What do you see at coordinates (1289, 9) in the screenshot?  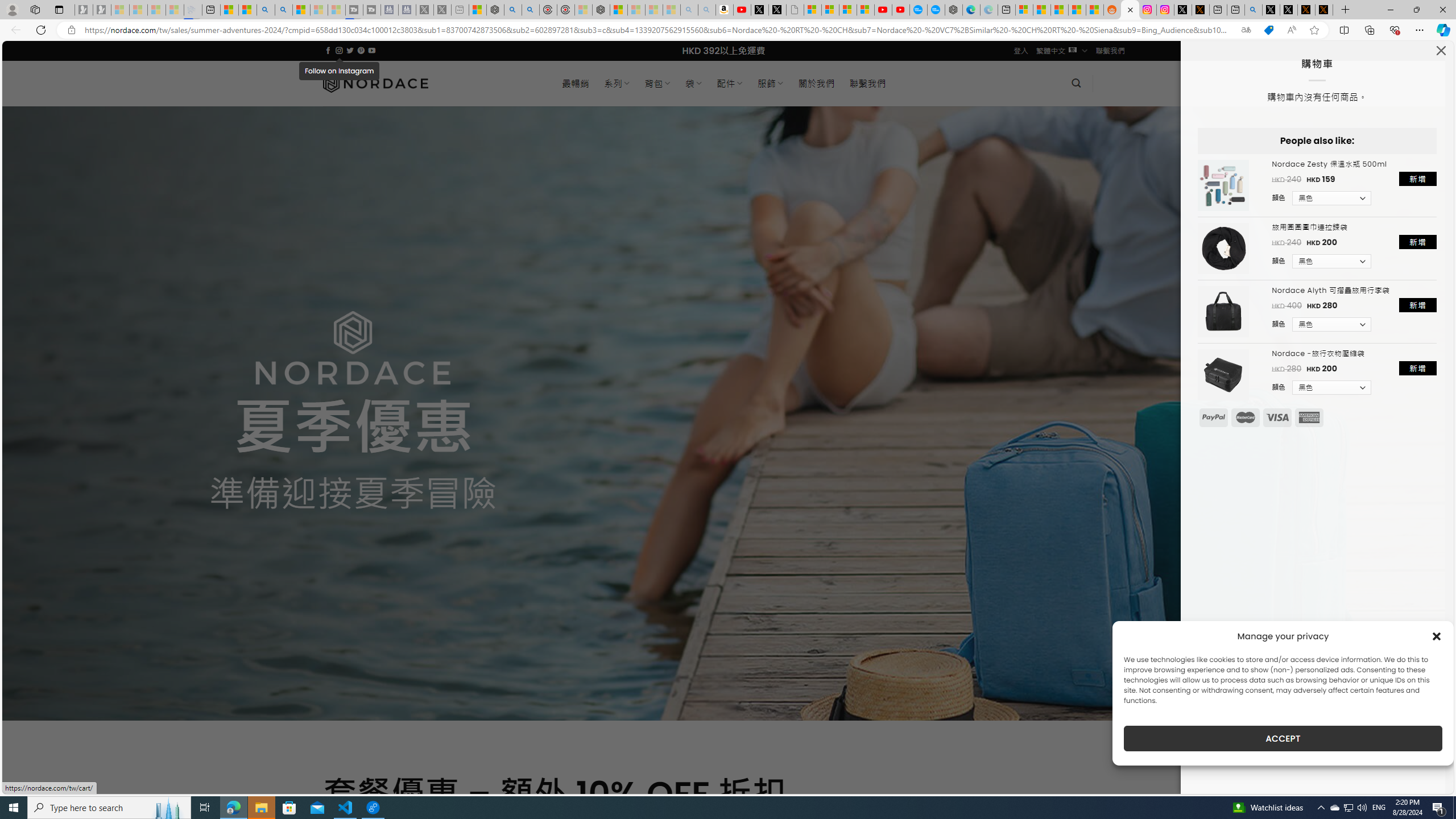 I see `'GitHub (@github) / X'` at bounding box center [1289, 9].